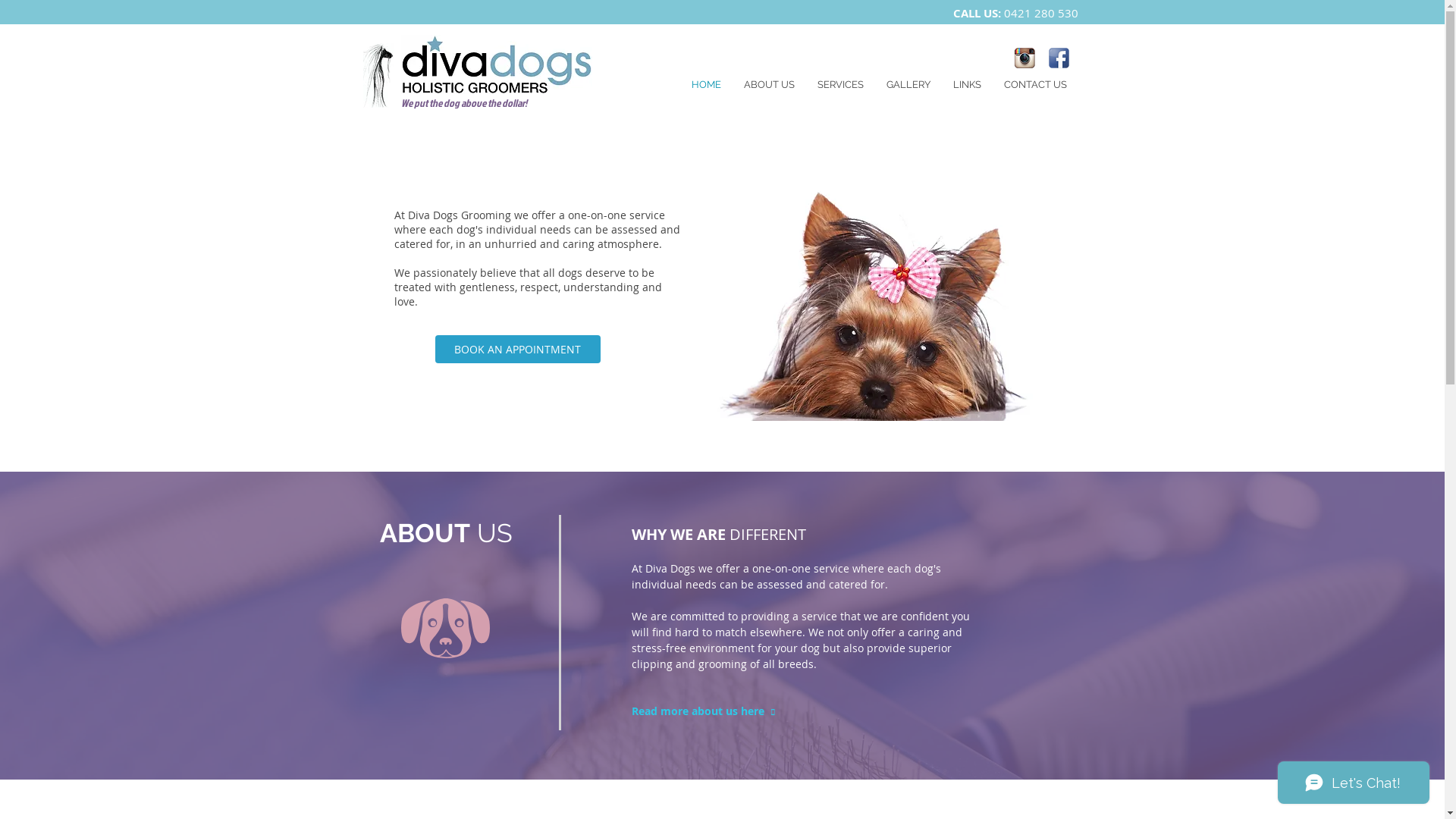  What do you see at coordinates (1057, 57) in the screenshot?
I see `'social_facebook_box_blue.png'` at bounding box center [1057, 57].